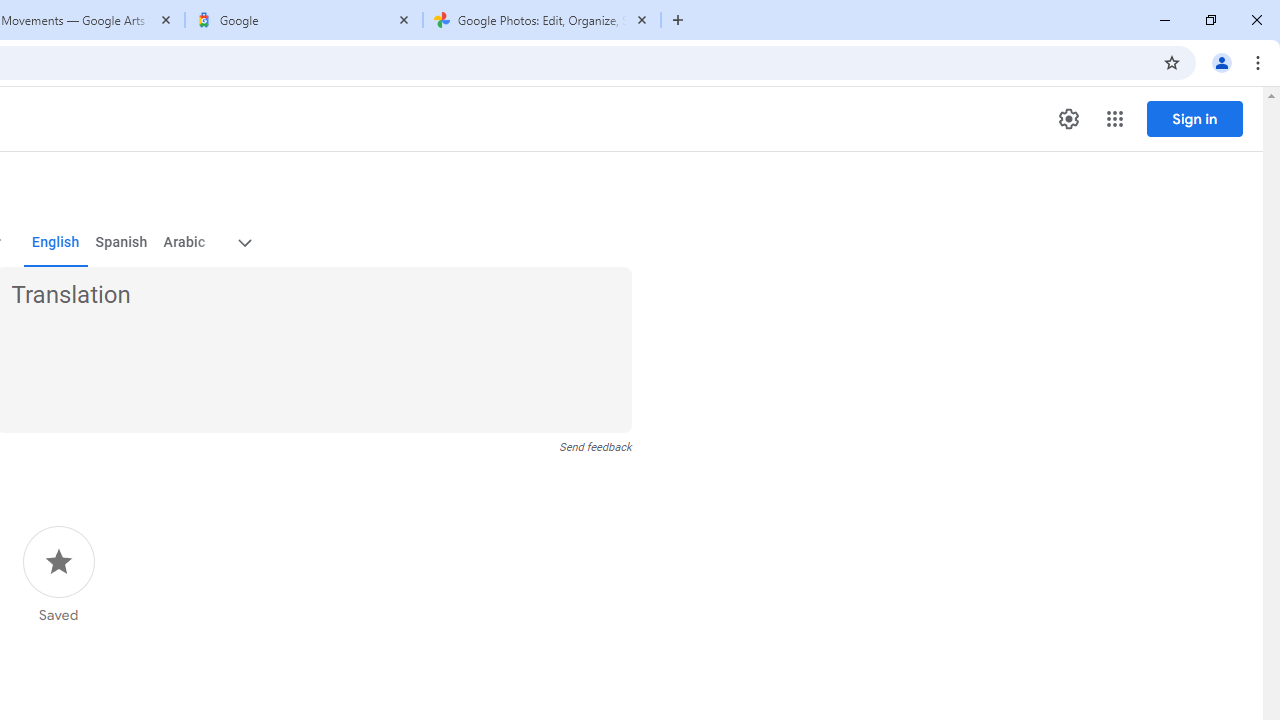 Image resolution: width=1280 pixels, height=720 pixels. What do you see at coordinates (58, 575) in the screenshot?
I see `'Saved'` at bounding box center [58, 575].